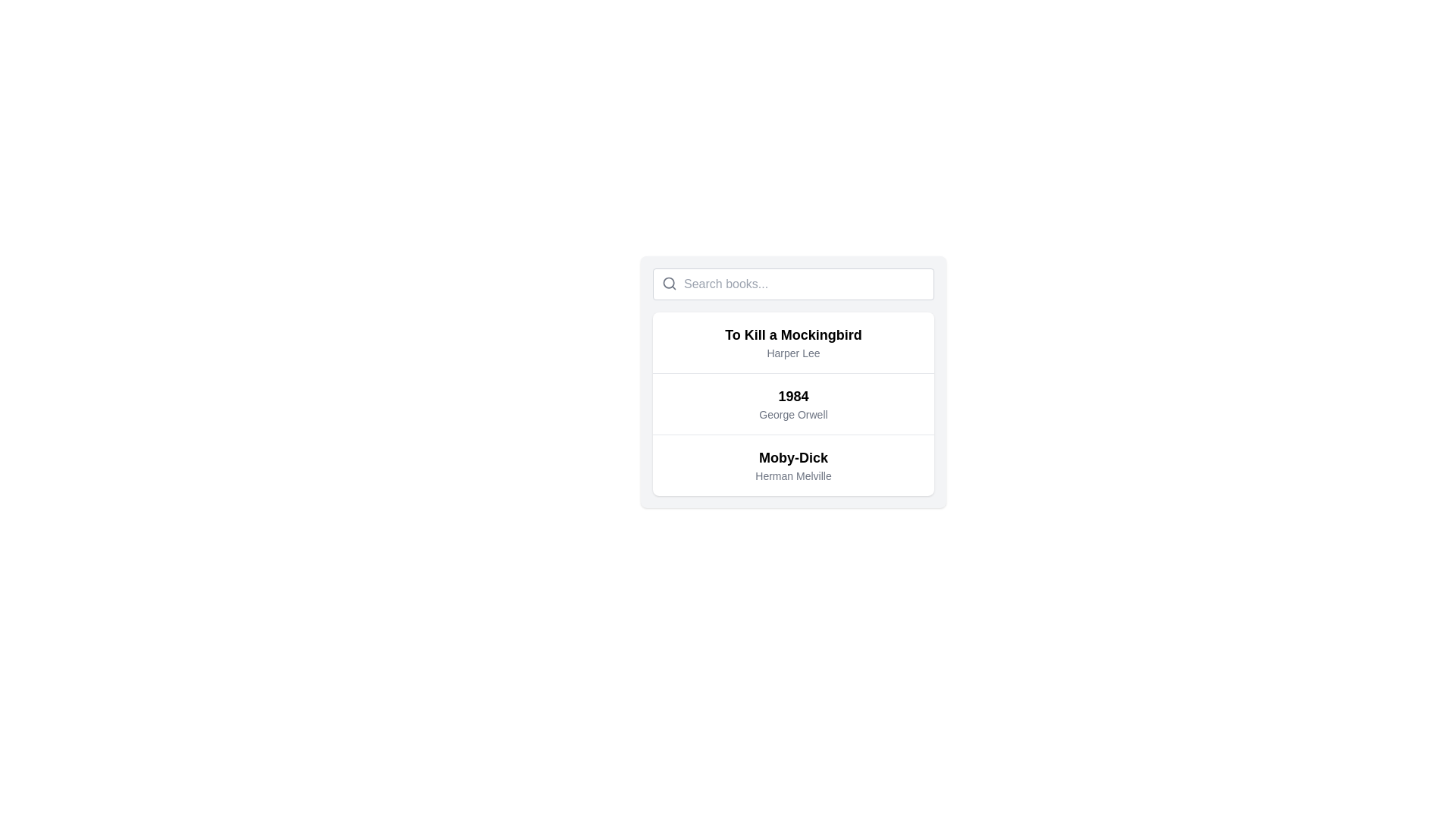 The height and width of the screenshot is (819, 1456). What do you see at coordinates (792, 334) in the screenshot?
I see `the bold text element that says 'To Kill a Mockingbird', which is prominently displayed above the smaller text 'Harper Lee'` at bounding box center [792, 334].